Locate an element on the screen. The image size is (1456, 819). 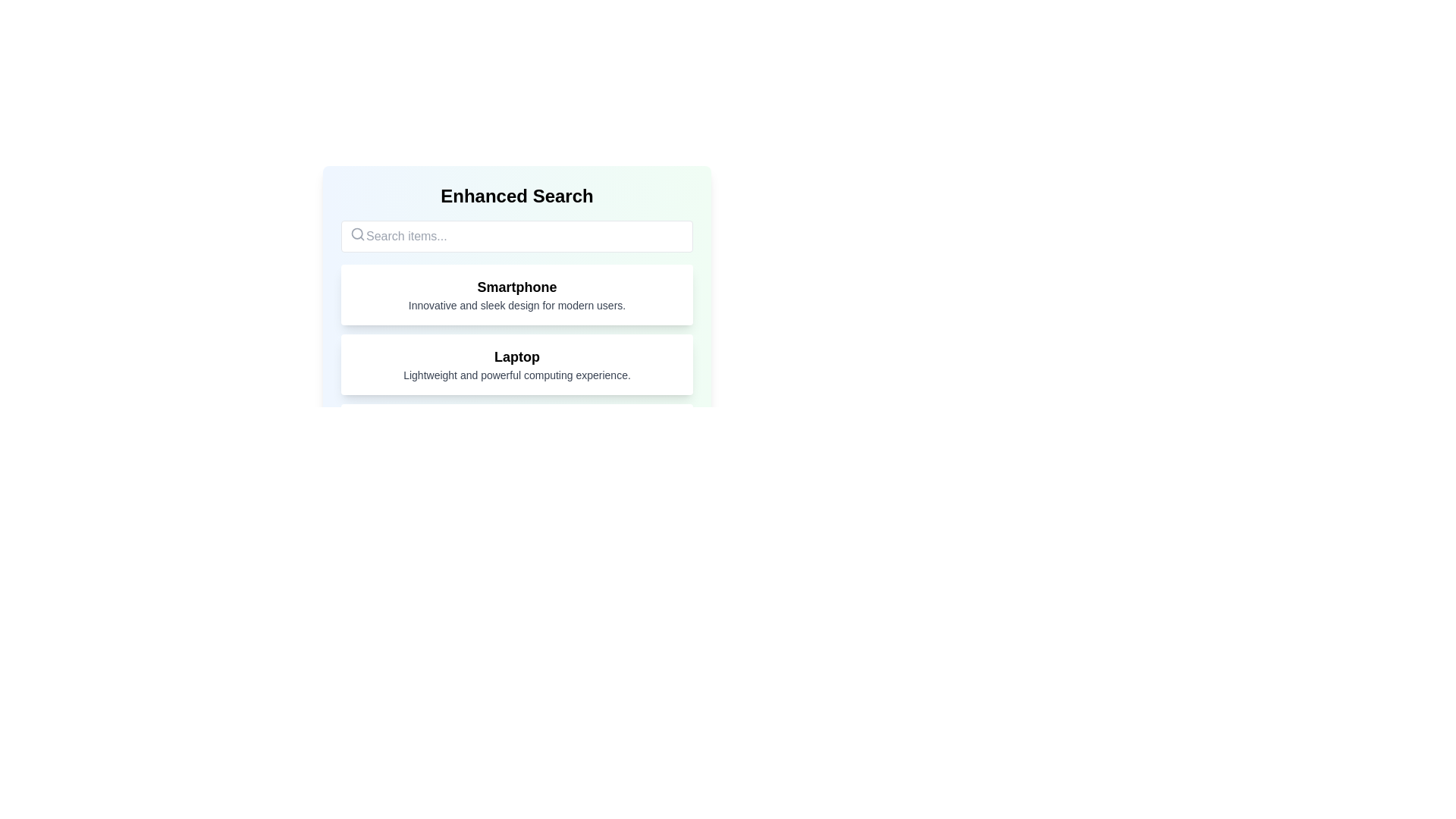
the title label located at the top text area, which identifies or labels the associated content is located at coordinates (516, 287).